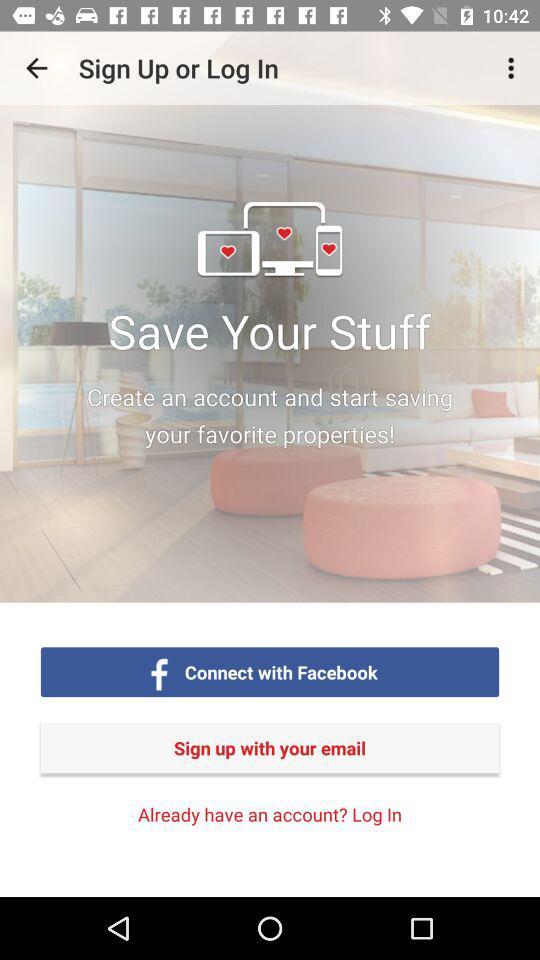  Describe the element at coordinates (280, 672) in the screenshot. I see `connect with facebook item` at that location.